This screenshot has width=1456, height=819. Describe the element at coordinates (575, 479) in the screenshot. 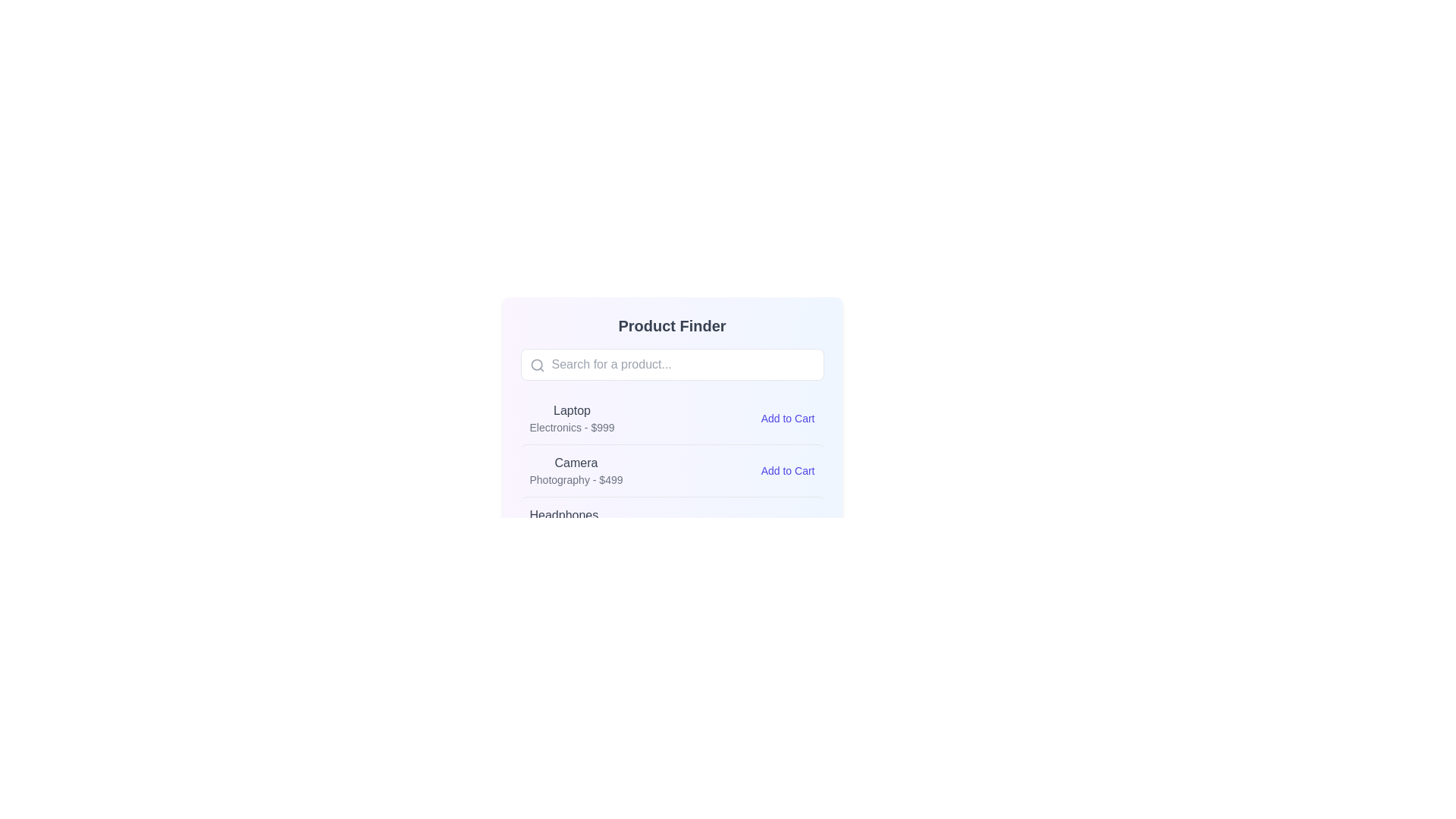

I see `the static text element that provides additional information about the product 'Camera', indicating the category 'Photography' and the price '$499'` at that location.